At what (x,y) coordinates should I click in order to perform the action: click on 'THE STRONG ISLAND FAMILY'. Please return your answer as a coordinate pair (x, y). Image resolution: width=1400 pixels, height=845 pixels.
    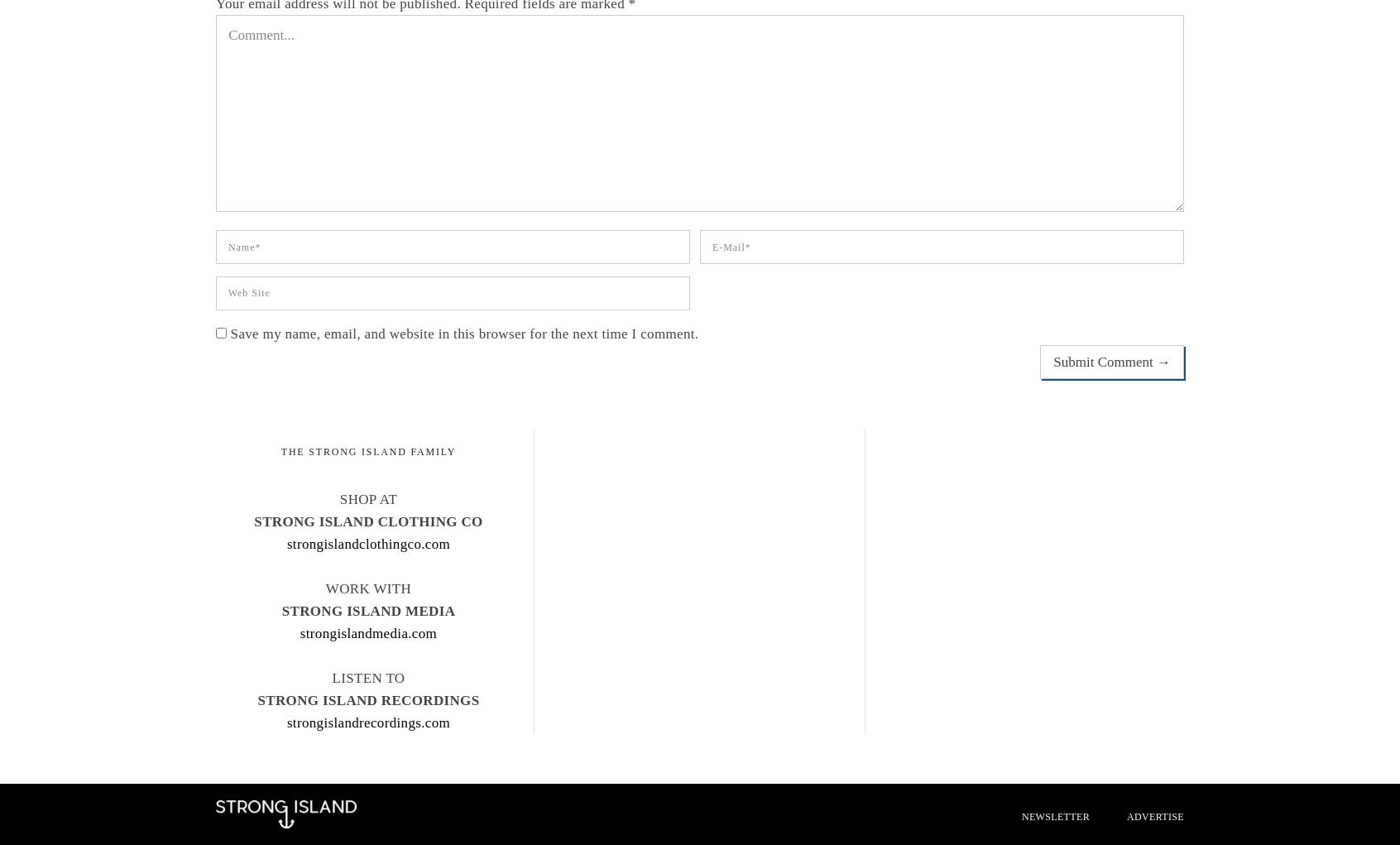
    Looking at the image, I should click on (367, 452).